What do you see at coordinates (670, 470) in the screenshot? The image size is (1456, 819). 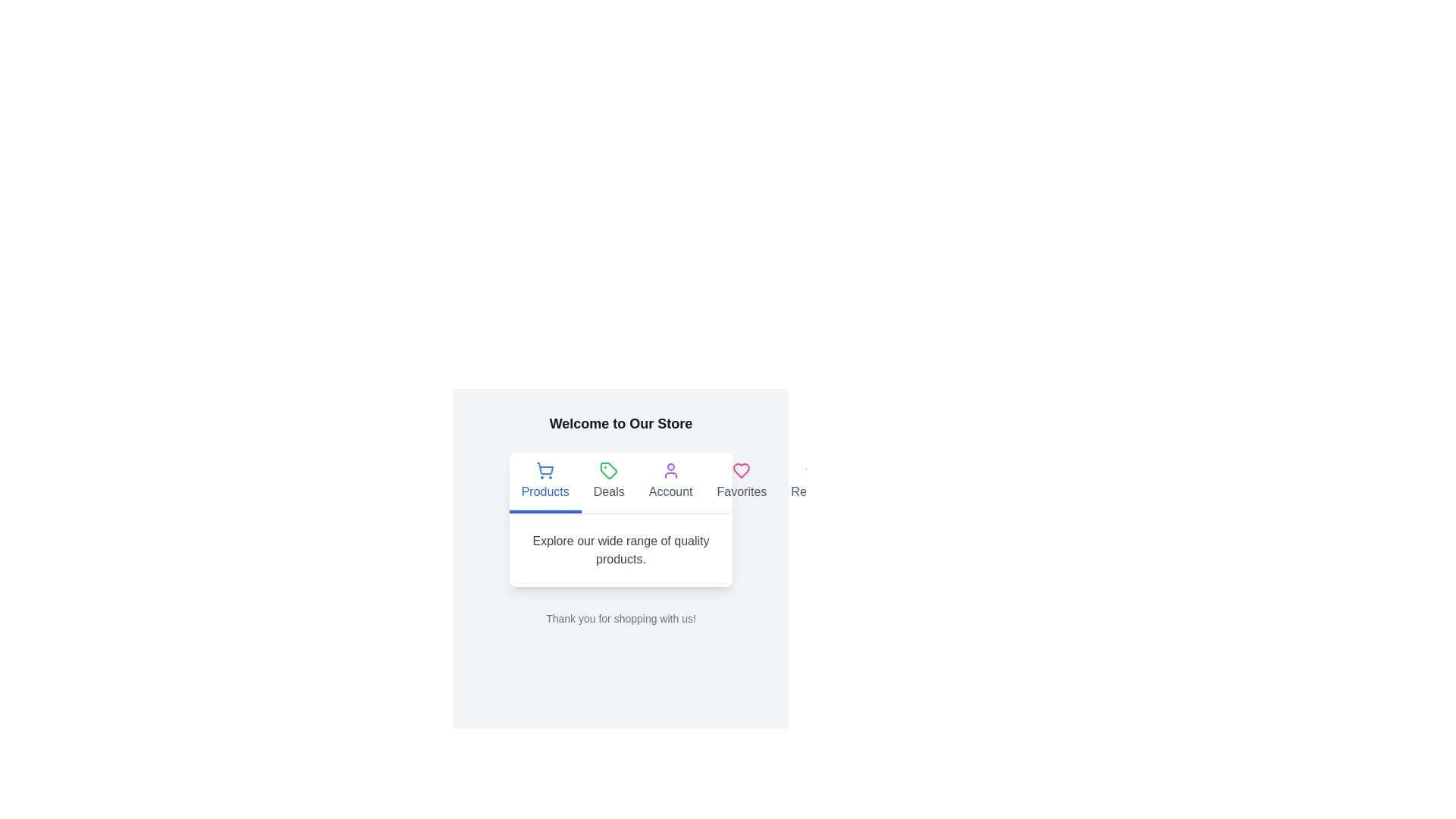 I see `the vibrant purple person icon in the navigation menu` at bounding box center [670, 470].